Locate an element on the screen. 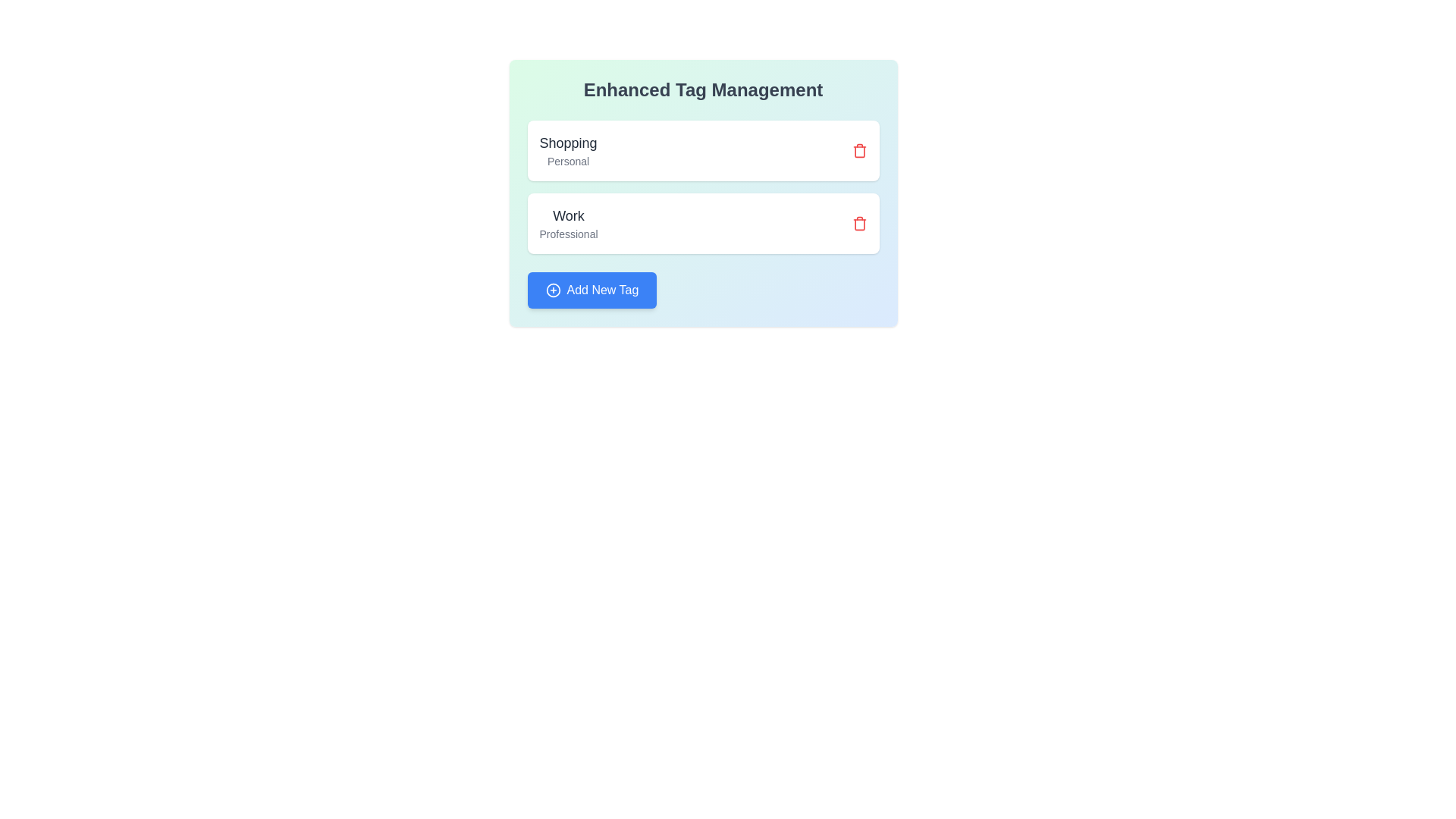 The width and height of the screenshot is (1456, 819). the rounded rectangle outline representing part of the trash bin icon associated with the 'Work' tag in the interface is located at coordinates (859, 224).